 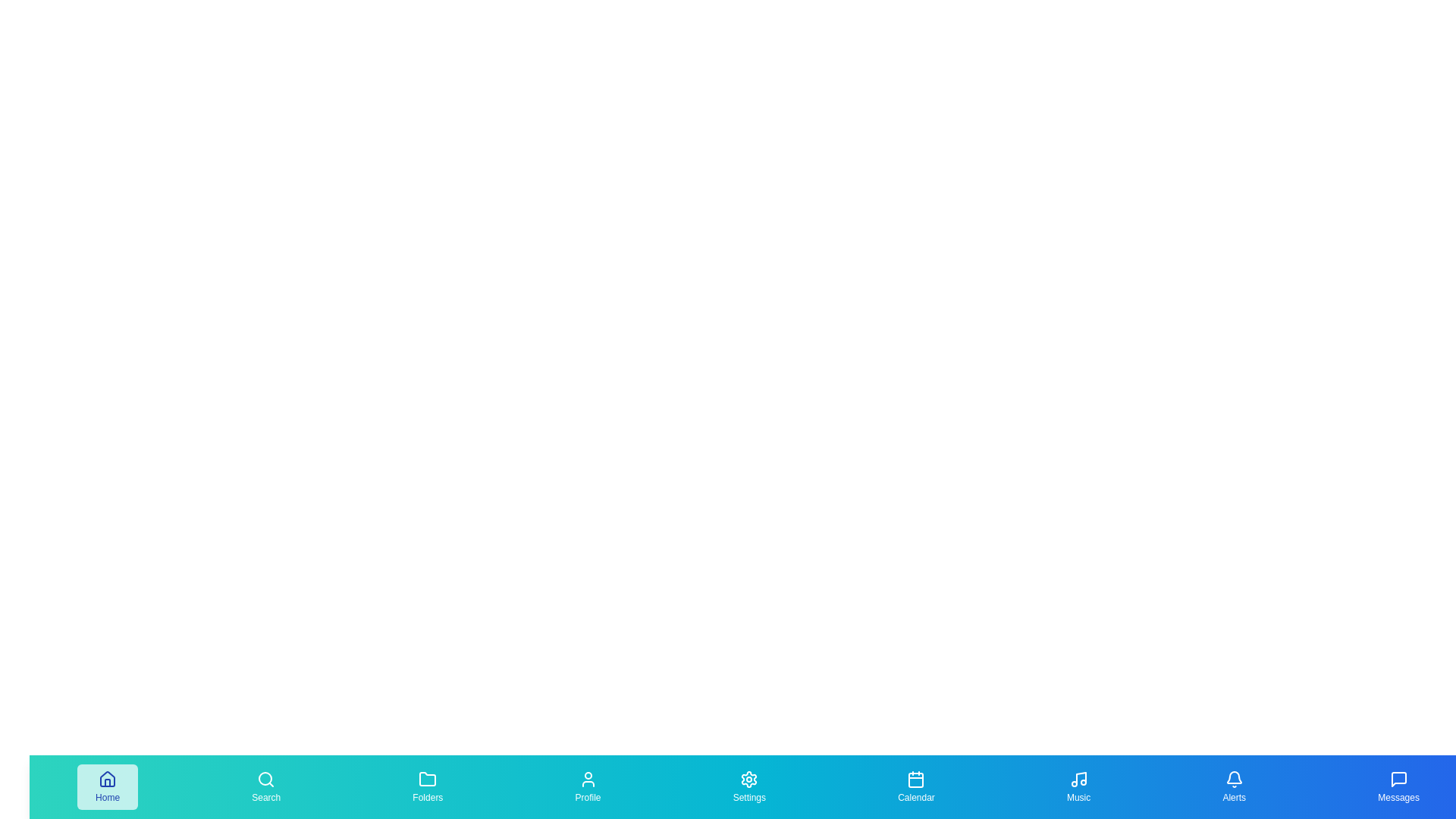 What do you see at coordinates (749, 786) in the screenshot?
I see `the 'Settings' tab in the bottom navigation bar` at bounding box center [749, 786].